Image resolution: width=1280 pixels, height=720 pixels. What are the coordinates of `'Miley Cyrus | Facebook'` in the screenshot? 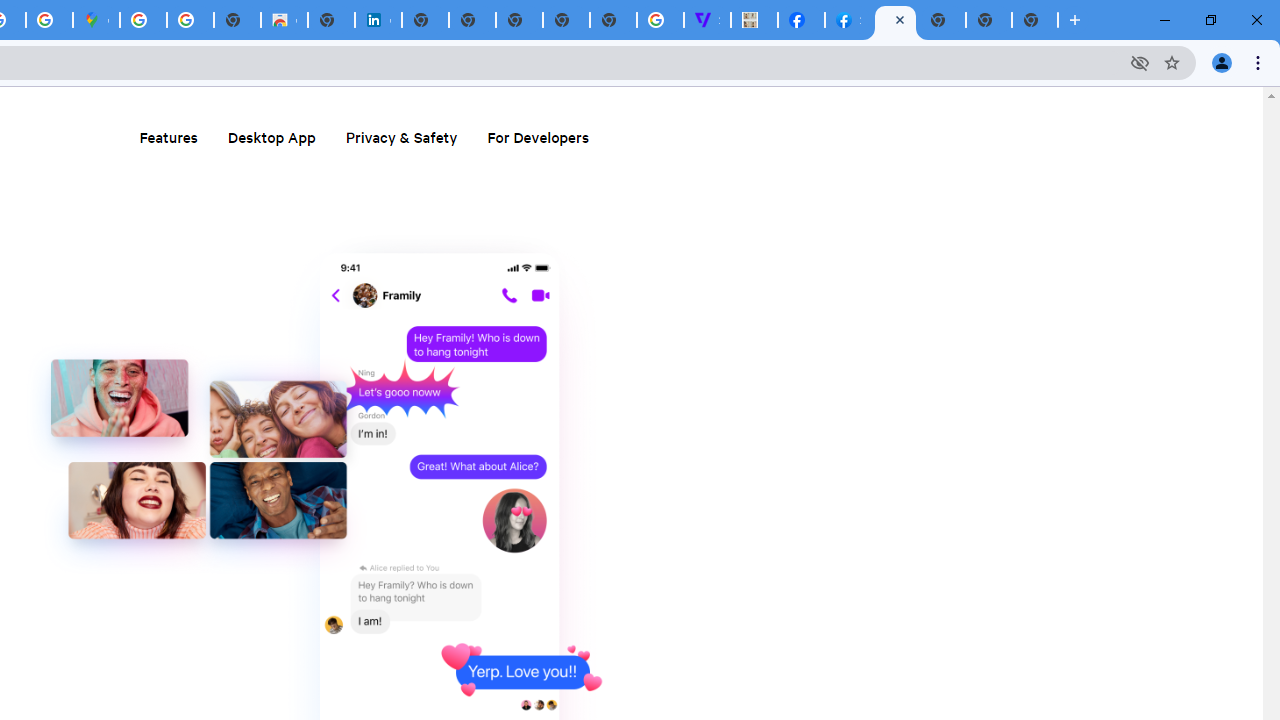 It's located at (801, 20).